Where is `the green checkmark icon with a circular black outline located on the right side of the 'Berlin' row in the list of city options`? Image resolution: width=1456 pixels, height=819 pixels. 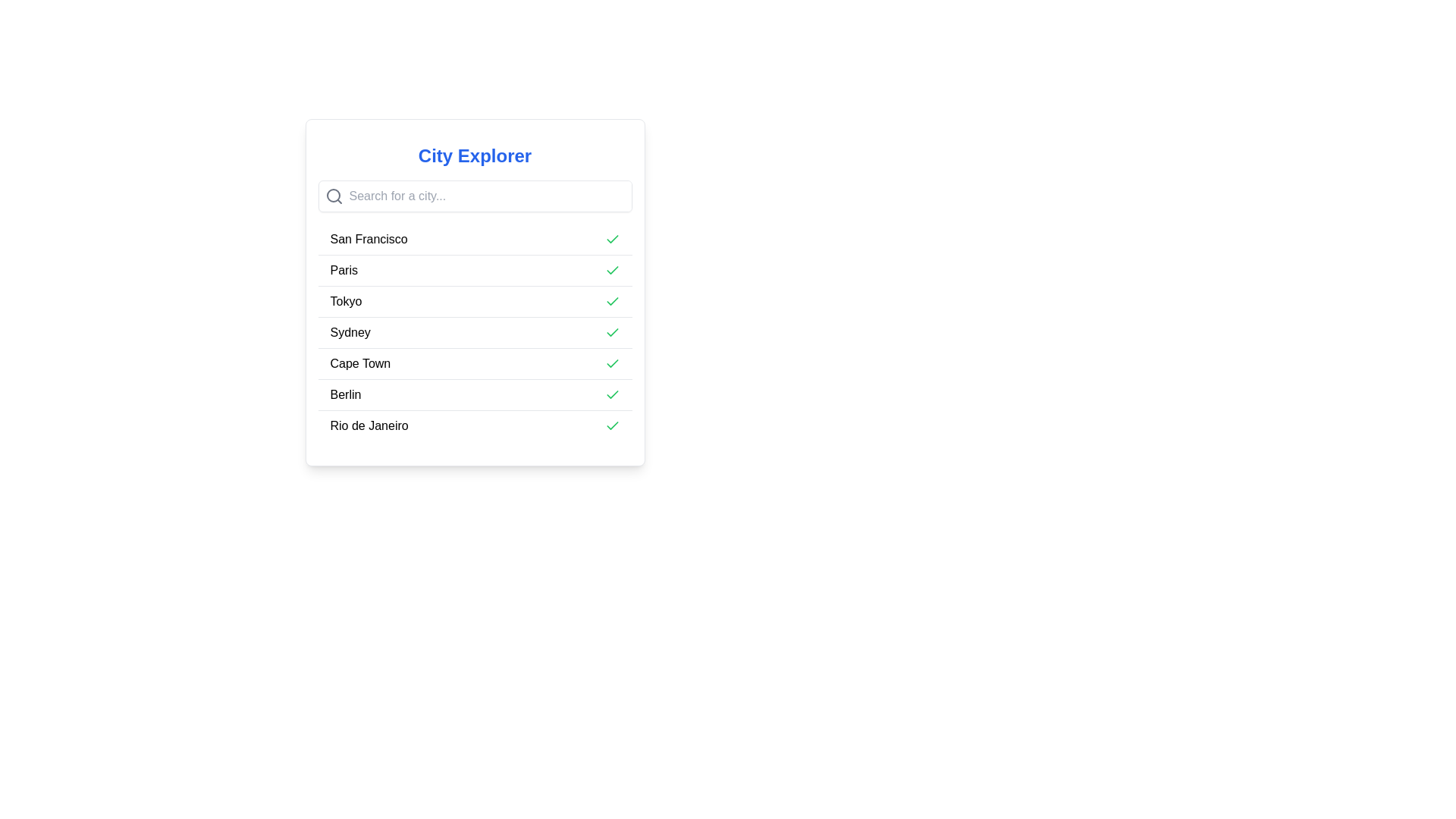
the green checkmark icon with a circular black outline located on the right side of the 'Berlin' row in the list of city options is located at coordinates (612, 394).